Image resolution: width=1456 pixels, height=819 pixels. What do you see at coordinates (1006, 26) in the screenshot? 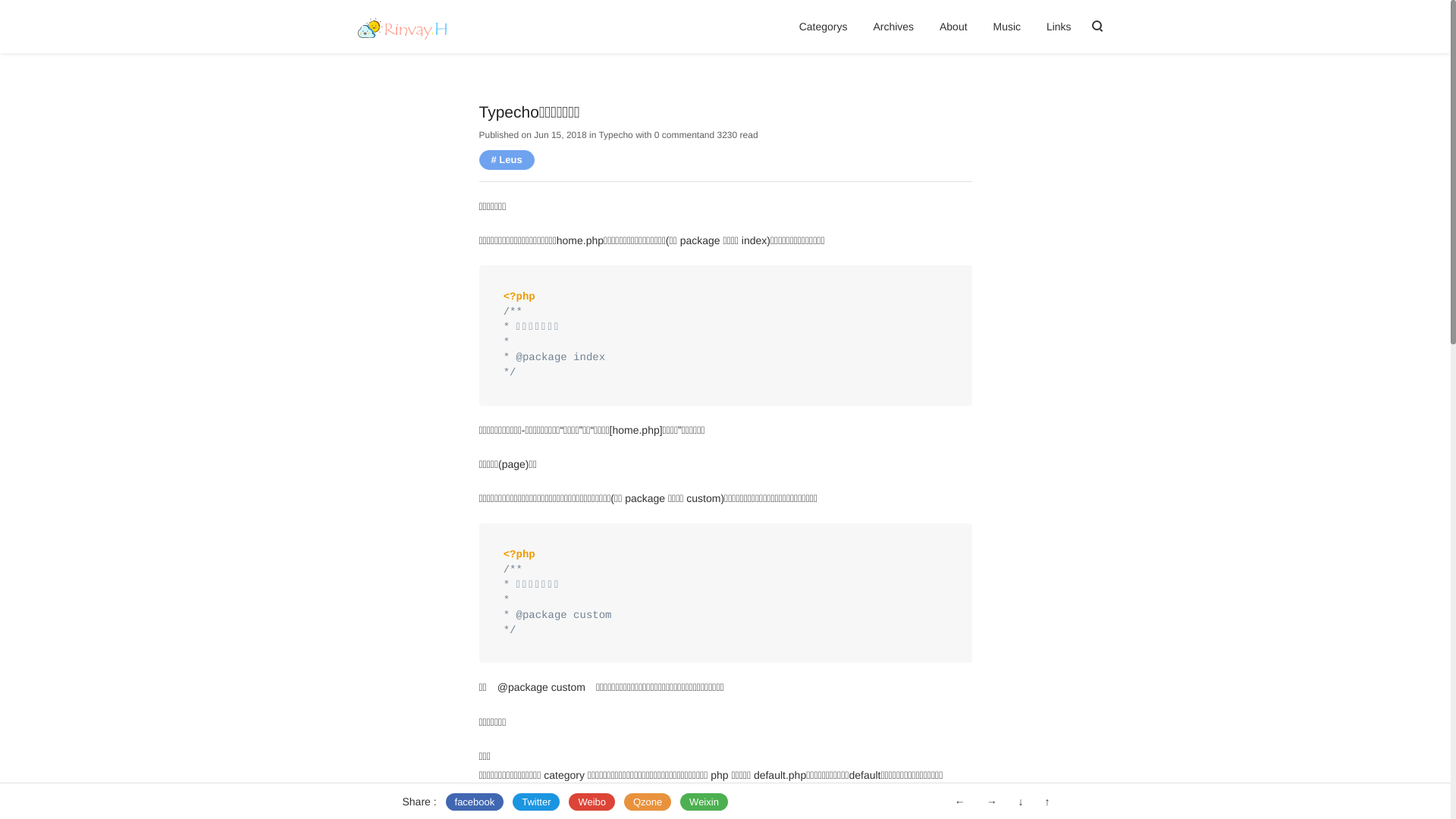
I see `'Music'` at bounding box center [1006, 26].